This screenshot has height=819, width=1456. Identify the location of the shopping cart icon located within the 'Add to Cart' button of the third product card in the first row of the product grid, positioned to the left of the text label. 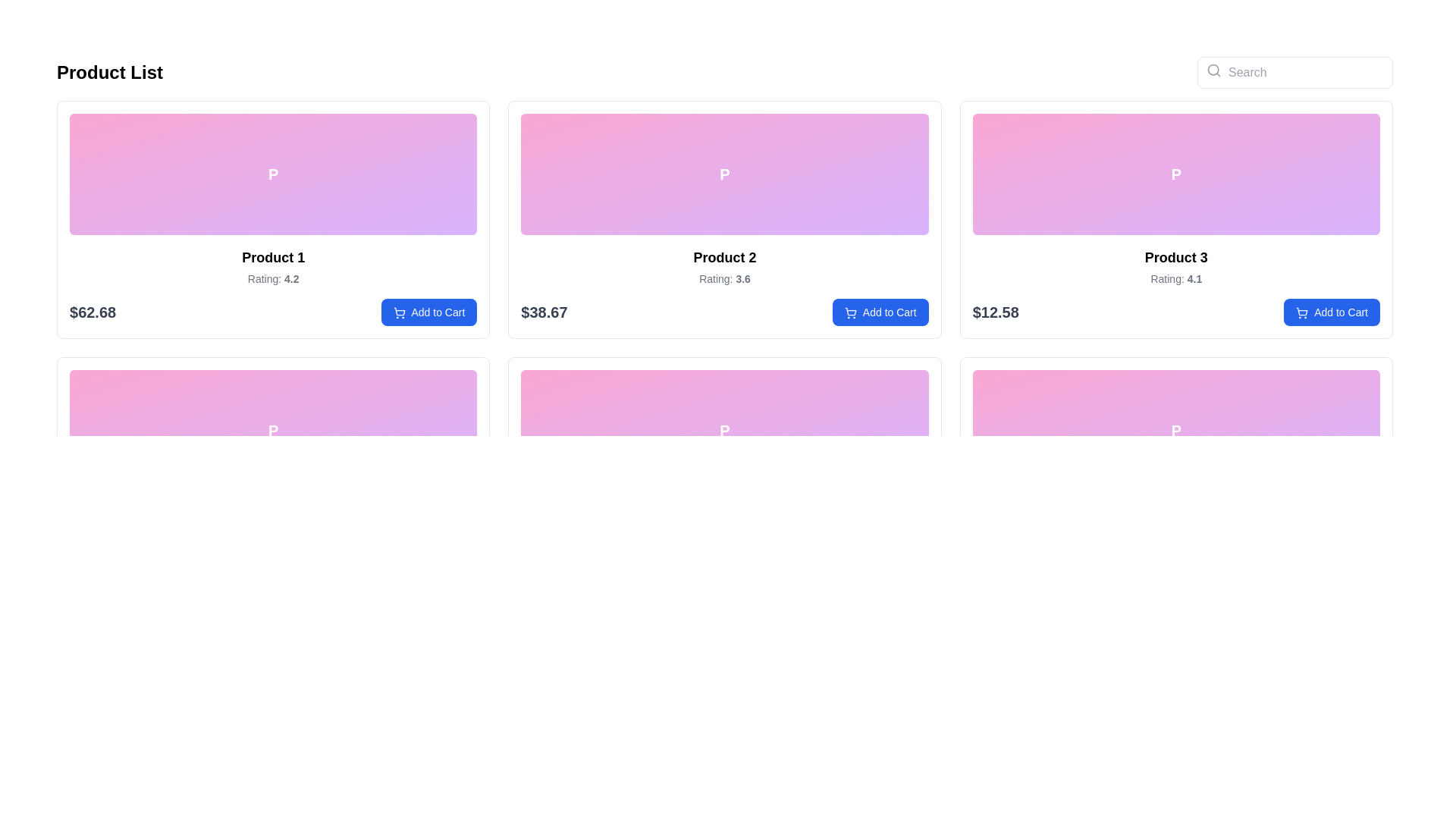
(1301, 312).